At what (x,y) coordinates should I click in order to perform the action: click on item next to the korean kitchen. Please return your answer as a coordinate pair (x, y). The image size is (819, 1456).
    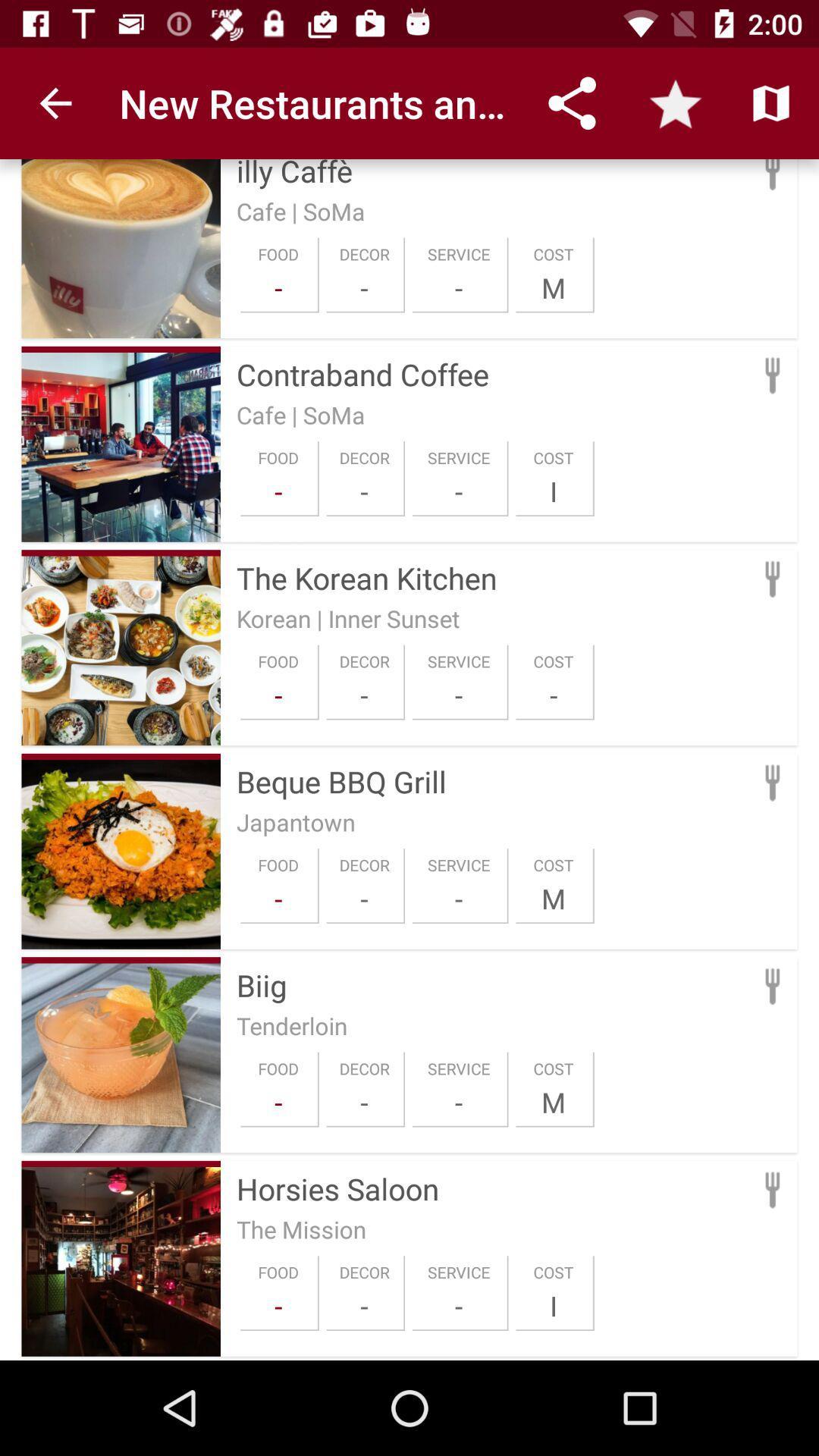
    Looking at the image, I should click on (120, 552).